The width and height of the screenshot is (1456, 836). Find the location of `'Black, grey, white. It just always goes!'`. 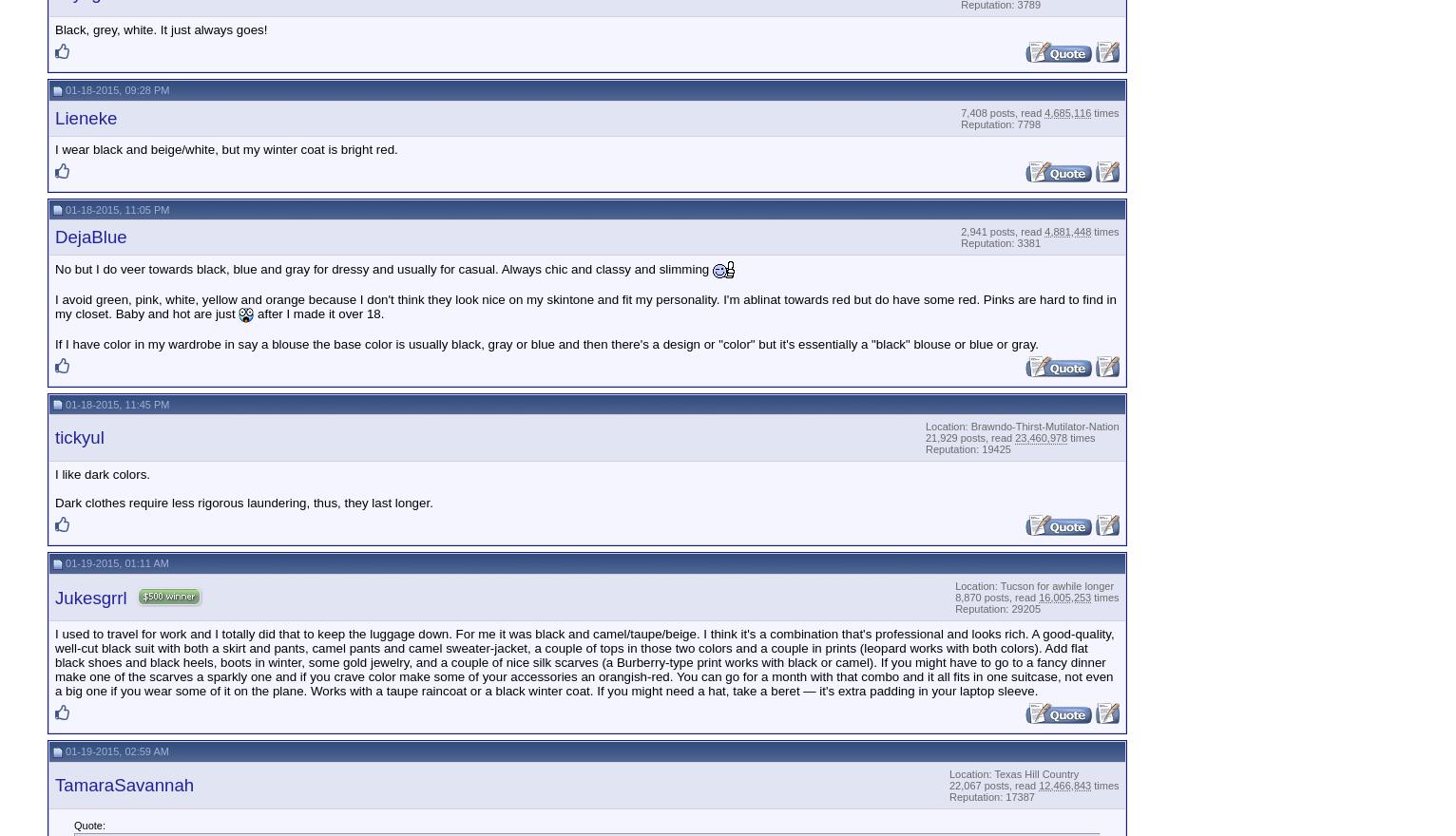

'Black, grey, white. It just always goes!' is located at coordinates (55, 28).